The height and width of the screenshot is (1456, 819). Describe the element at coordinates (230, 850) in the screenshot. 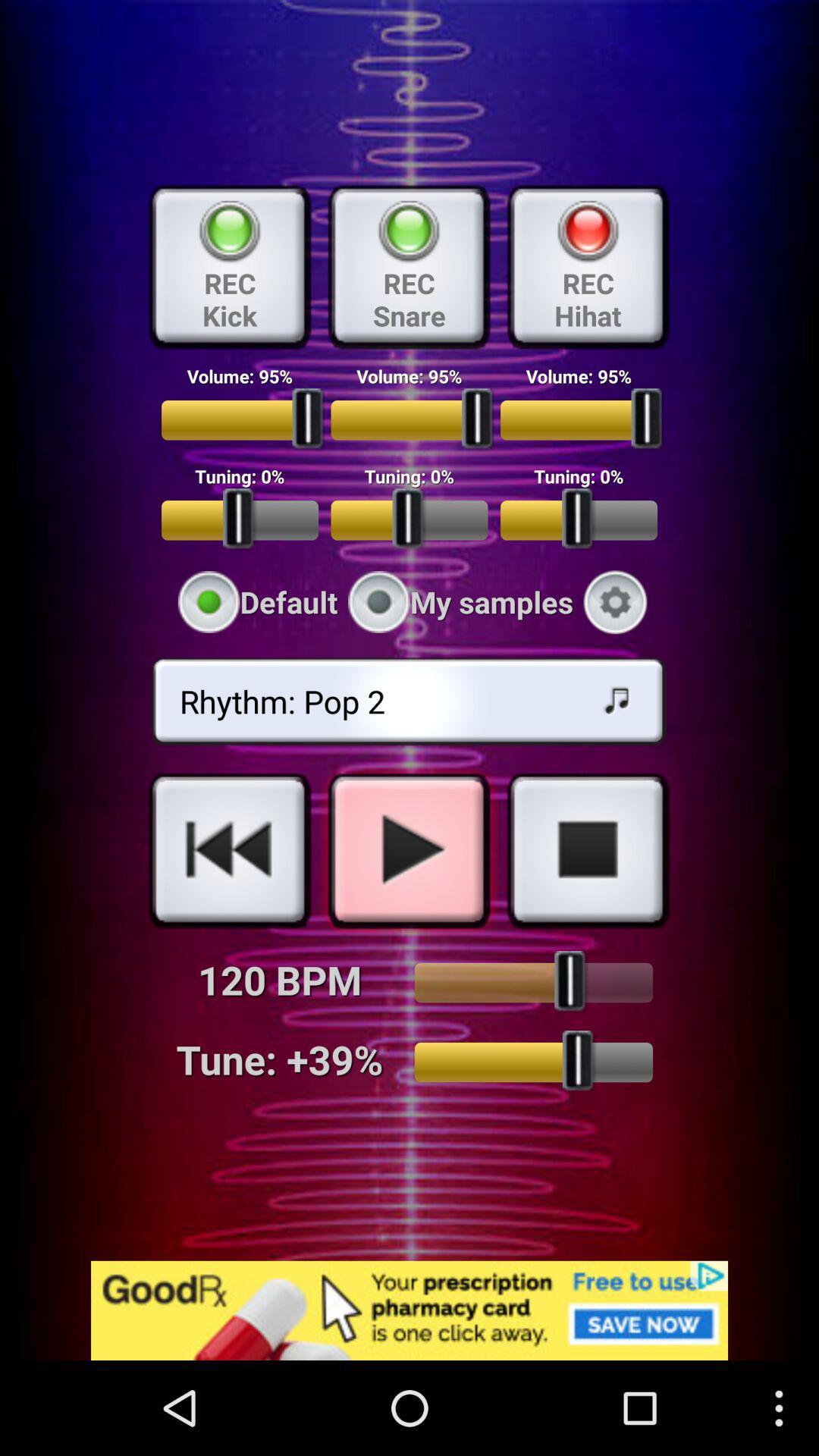

I see `previous` at that location.